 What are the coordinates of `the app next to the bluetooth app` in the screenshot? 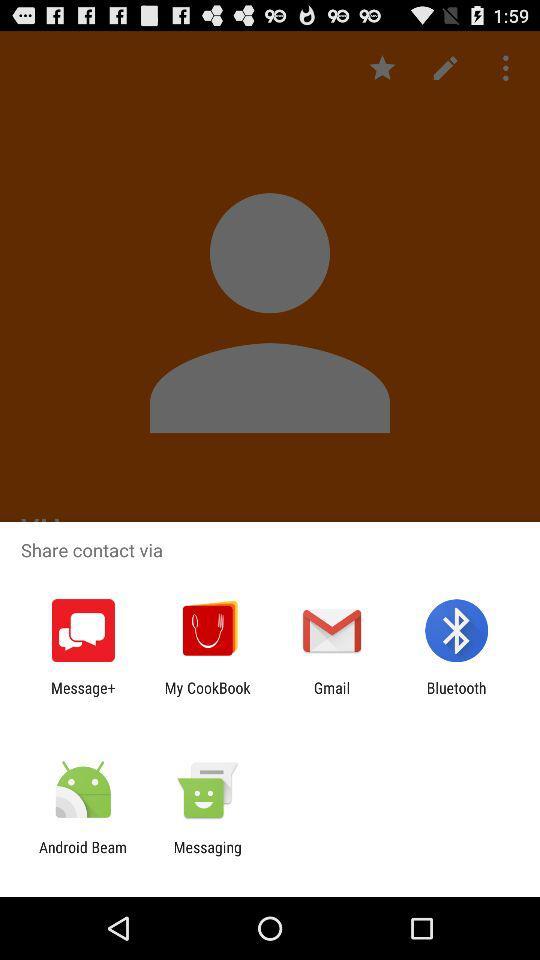 It's located at (332, 696).